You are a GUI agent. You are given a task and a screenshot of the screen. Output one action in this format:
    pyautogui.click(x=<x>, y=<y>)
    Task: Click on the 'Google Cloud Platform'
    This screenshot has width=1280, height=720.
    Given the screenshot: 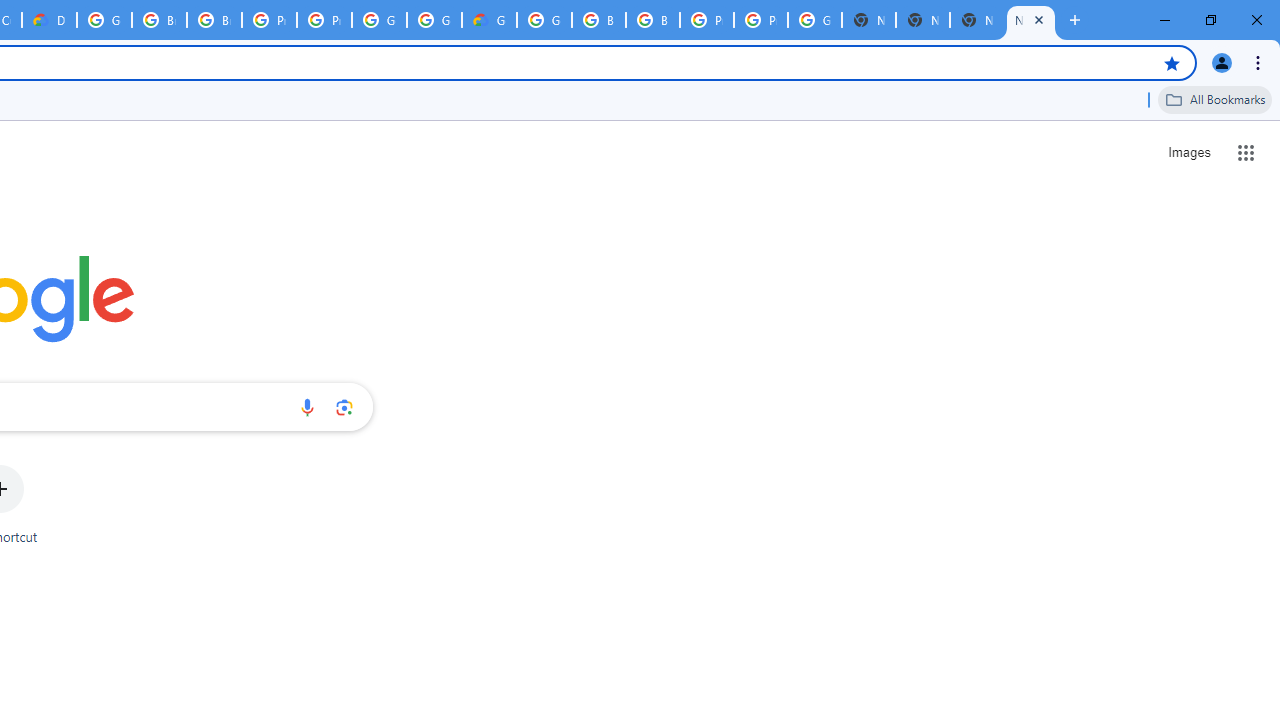 What is the action you would take?
    pyautogui.click(x=815, y=20)
    